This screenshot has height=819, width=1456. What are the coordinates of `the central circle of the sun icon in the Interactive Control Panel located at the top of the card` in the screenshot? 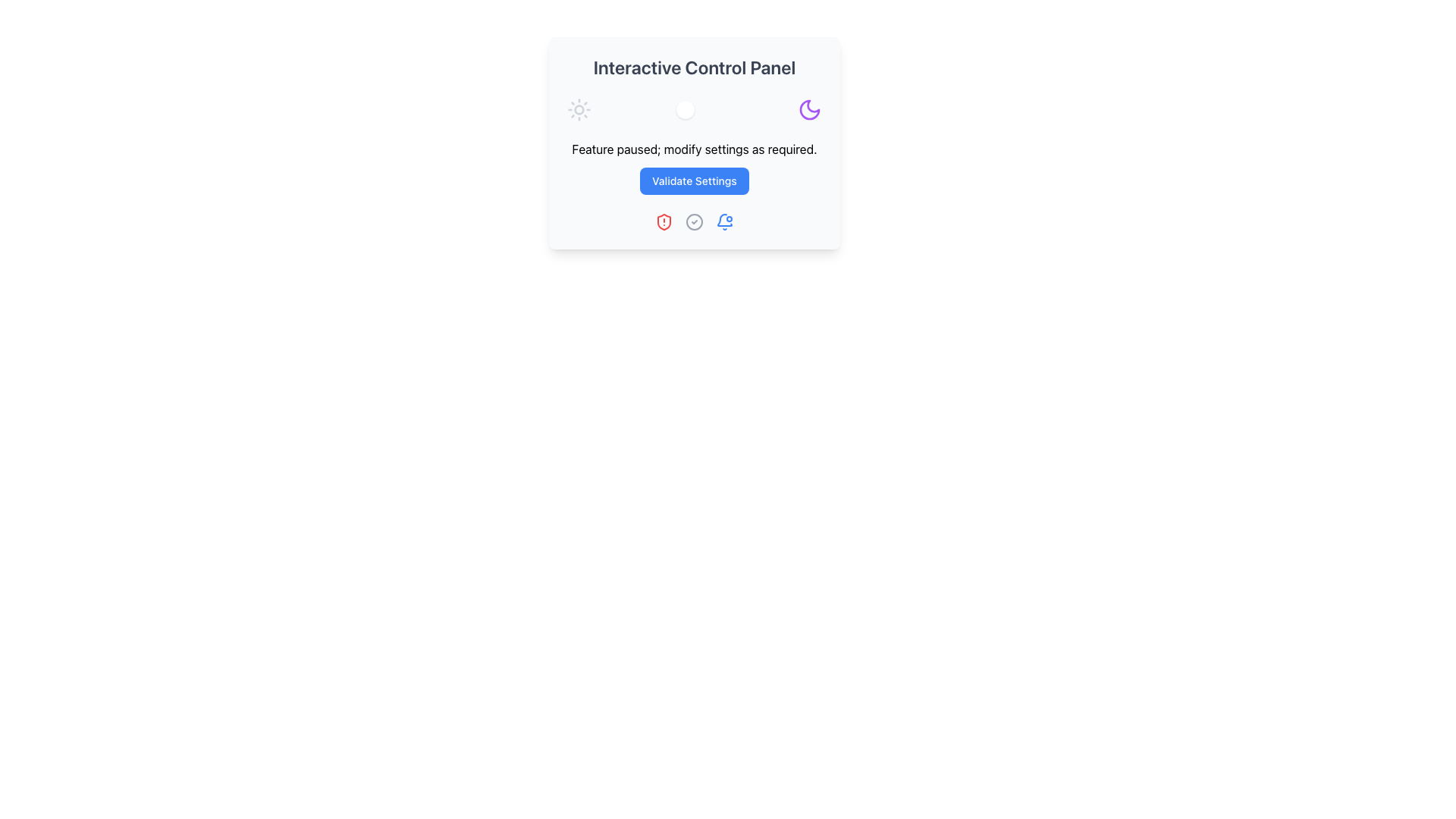 It's located at (578, 109).